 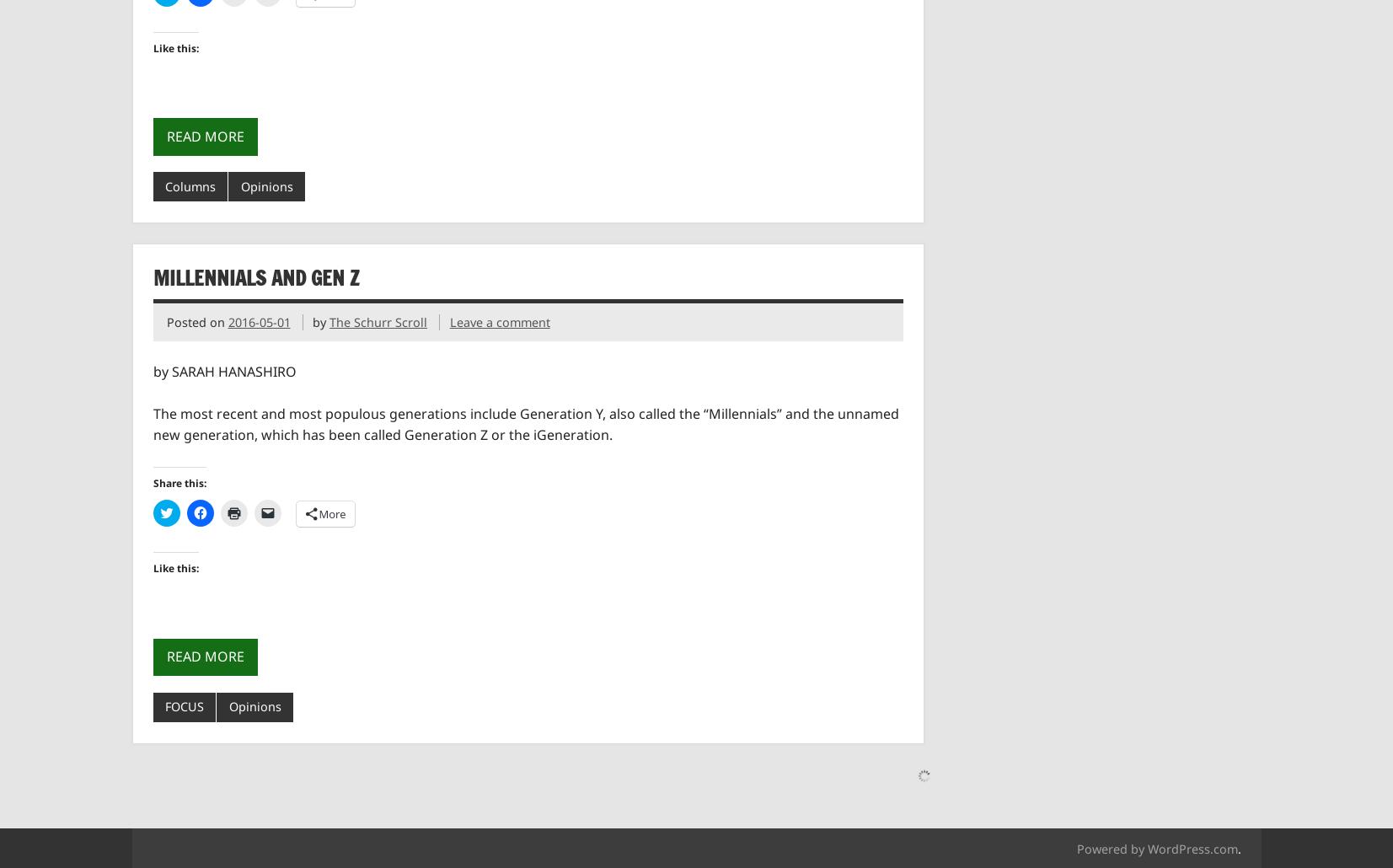 What do you see at coordinates (196, 321) in the screenshot?
I see `'Posted on'` at bounding box center [196, 321].